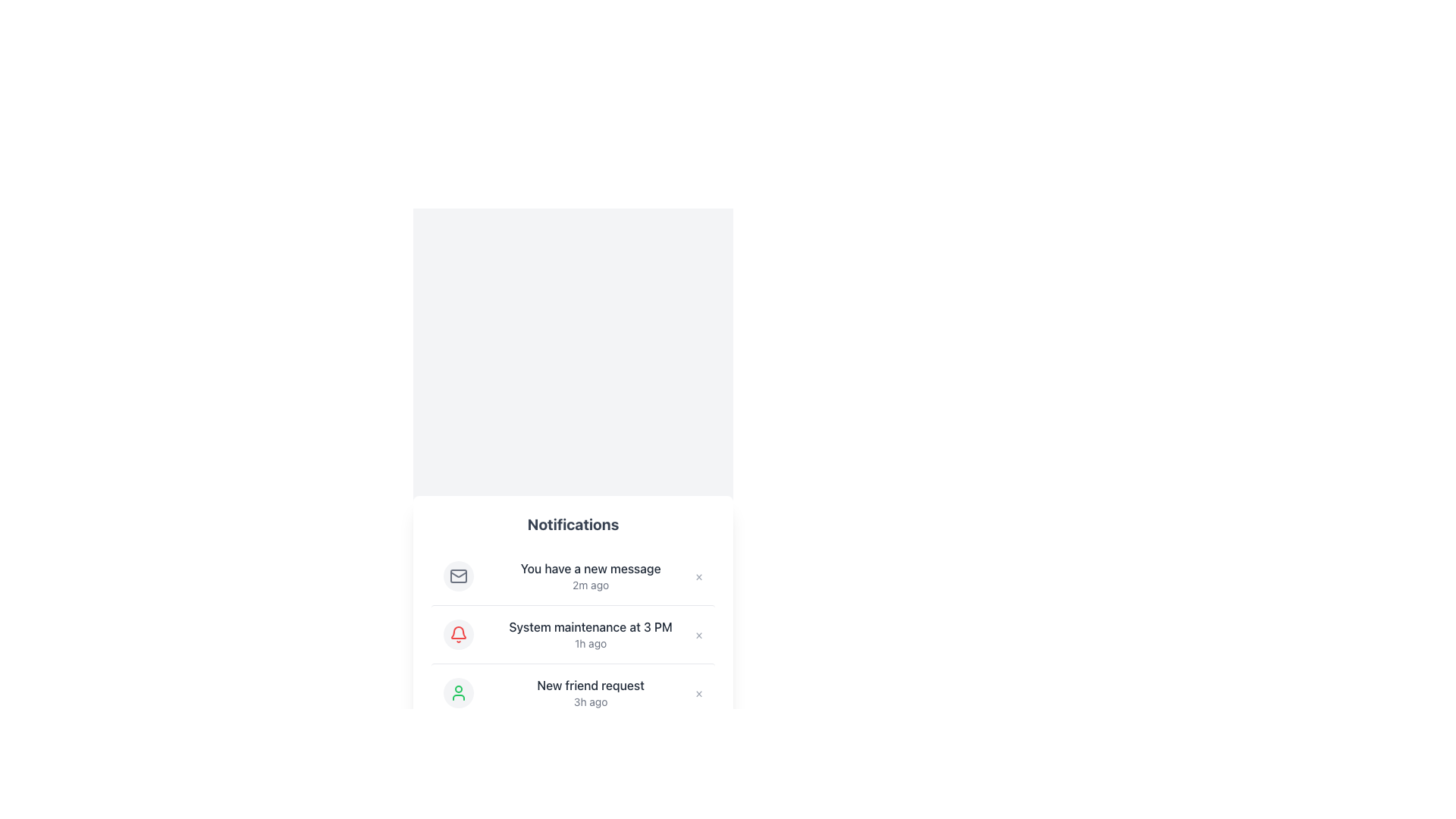  Describe the element at coordinates (572, 523) in the screenshot. I see `the 'Notifications' text header, which is bold and large, styled in grey at the top center of the notification panel` at that location.